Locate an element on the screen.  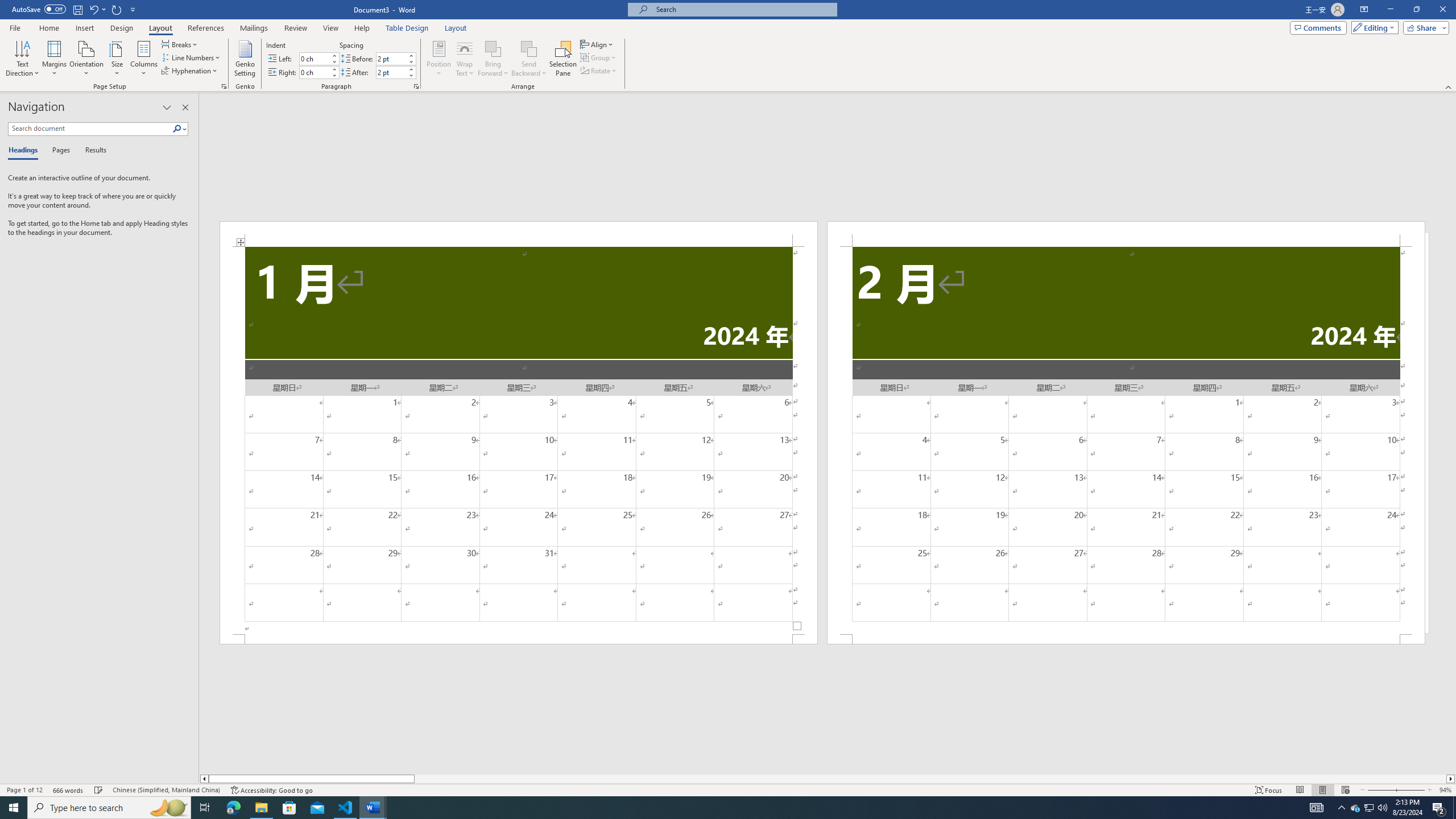
'Spacing After' is located at coordinates (391, 72).